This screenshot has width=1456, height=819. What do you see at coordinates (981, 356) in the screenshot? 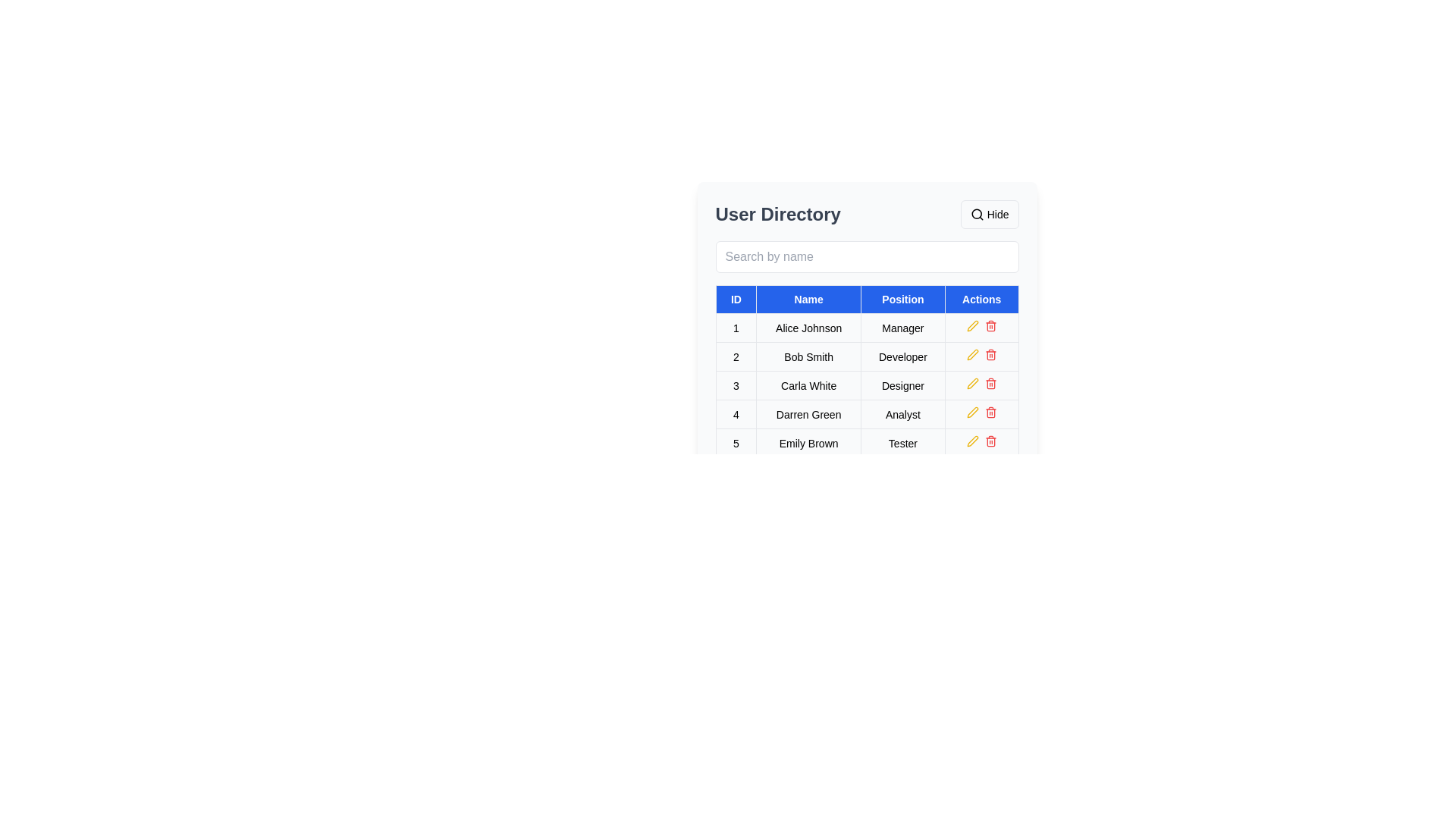
I see `the button in the 'Actions' column for the 'Bob Smith Developer' entry` at bounding box center [981, 356].